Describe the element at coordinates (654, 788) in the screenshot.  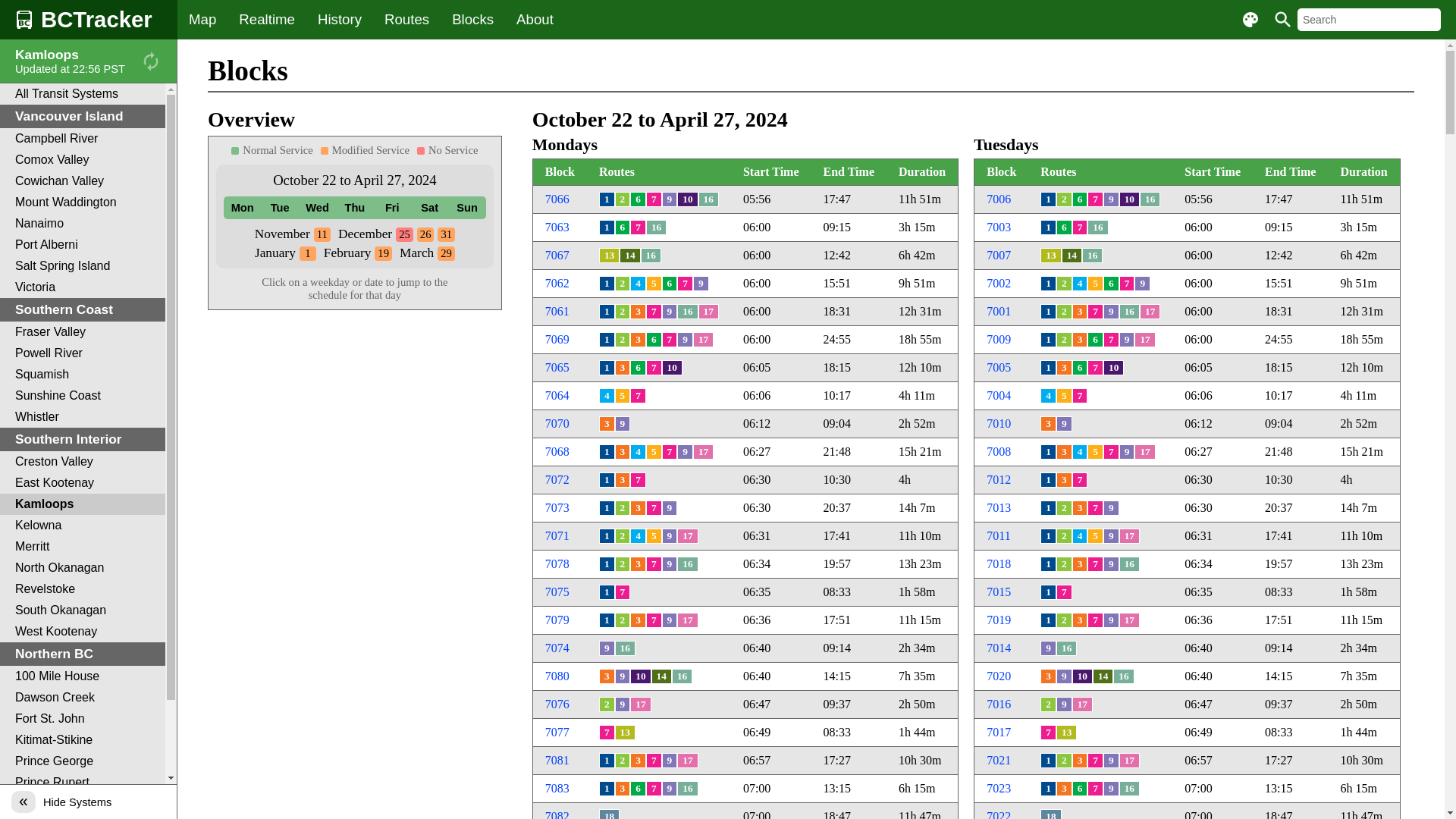
I see `'7'` at that location.